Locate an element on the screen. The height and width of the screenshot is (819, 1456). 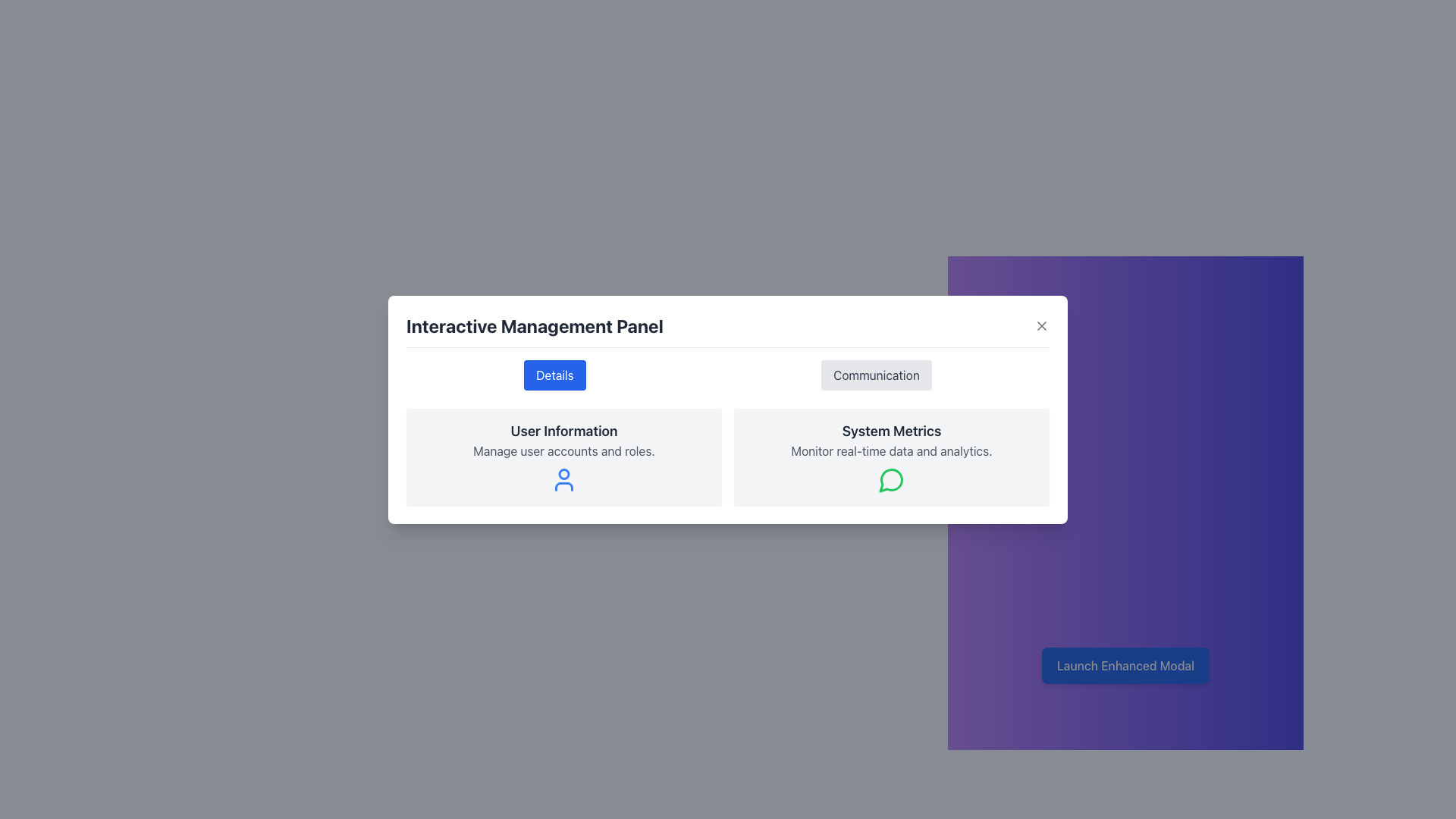
the circular speech bubble icon with a greenish outline located in the 'System Metrics' section of the modal dialog interface is located at coordinates (891, 480).